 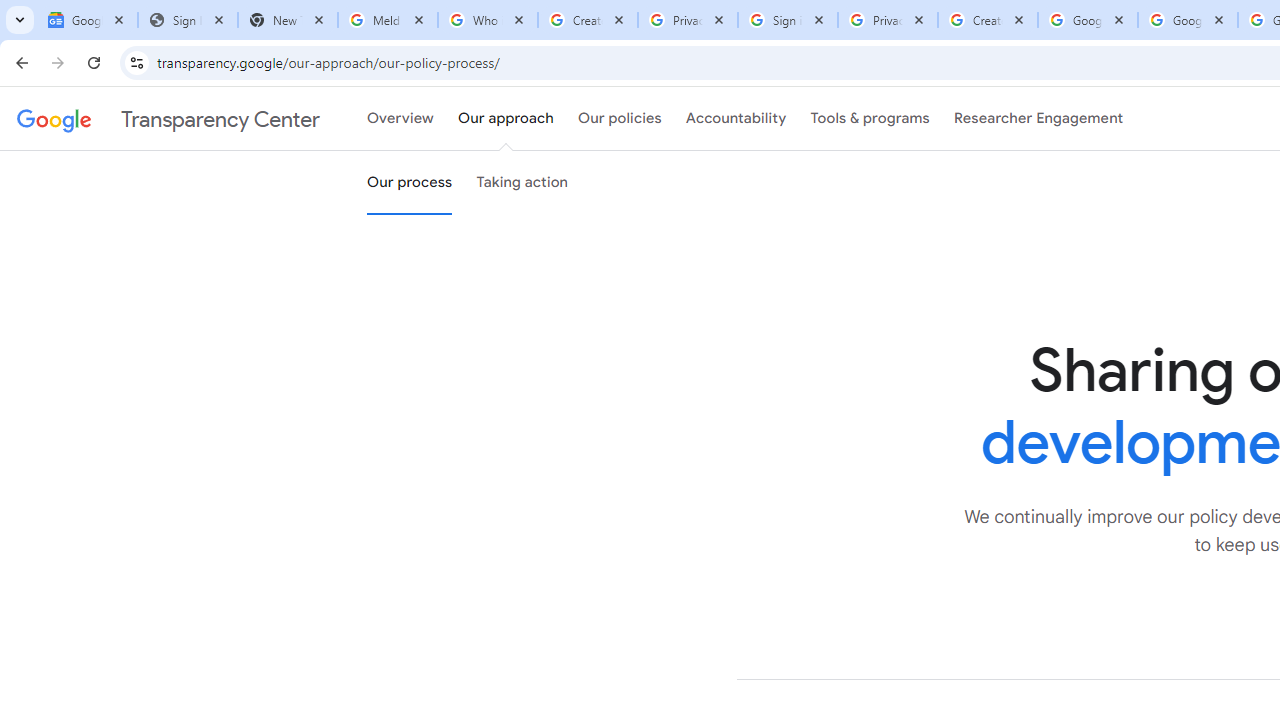 What do you see at coordinates (869, 119) in the screenshot?
I see `'Tools & programs'` at bounding box center [869, 119].